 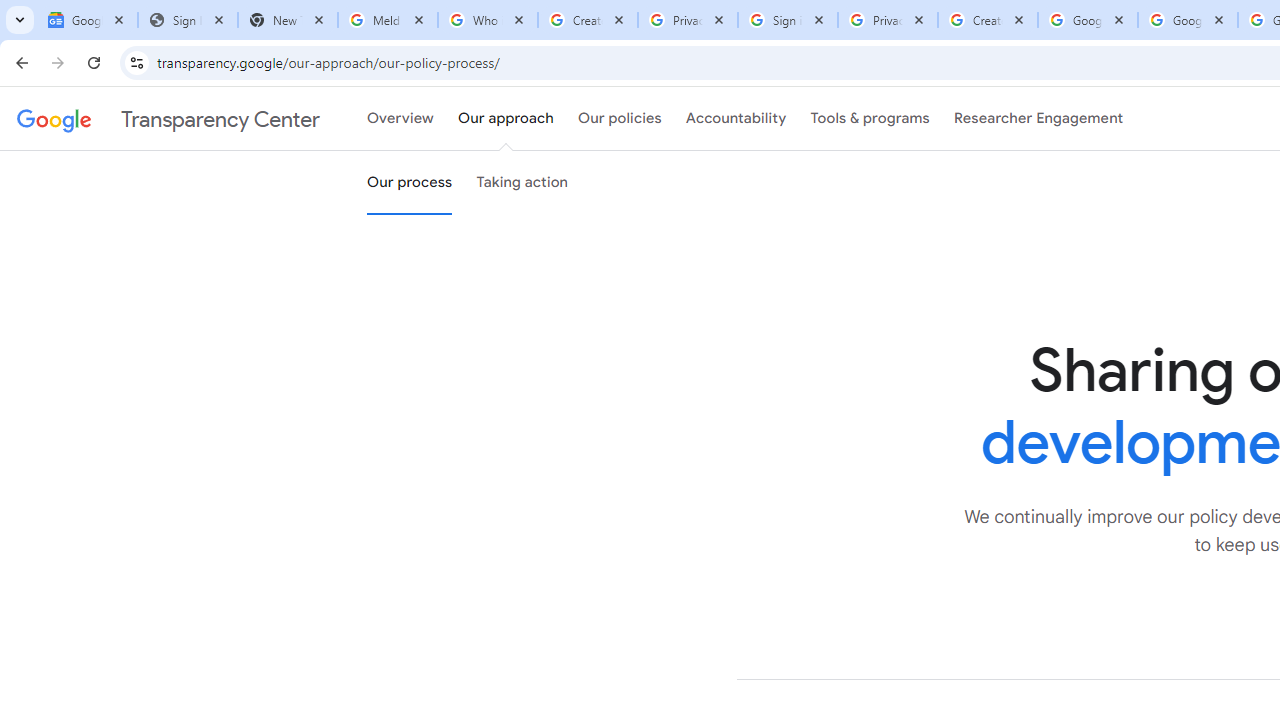 What do you see at coordinates (869, 119) in the screenshot?
I see `'Tools & programs'` at bounding box center [869, 119].